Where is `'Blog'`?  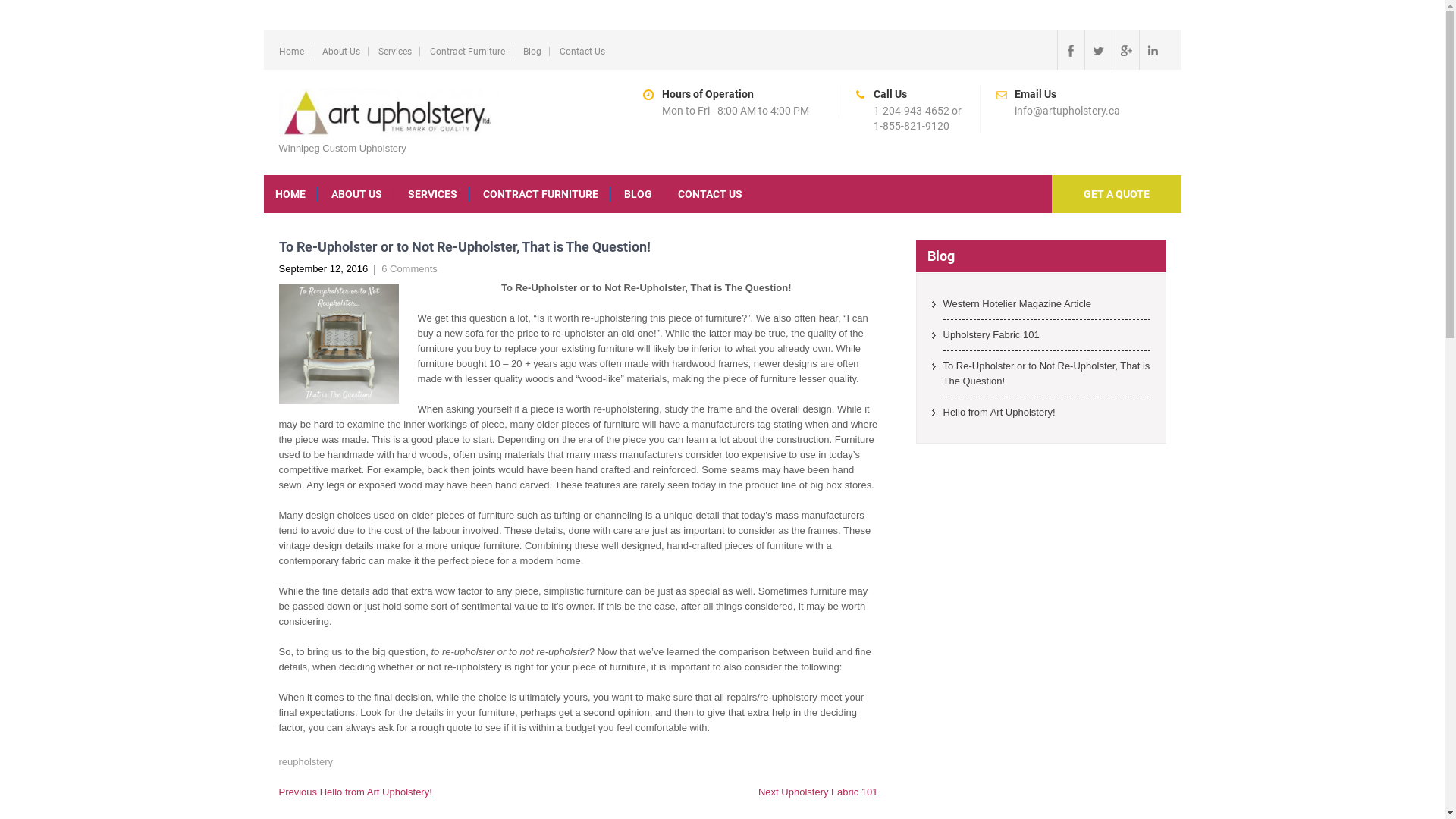 'Blog' is located at coordinates (532, 51).